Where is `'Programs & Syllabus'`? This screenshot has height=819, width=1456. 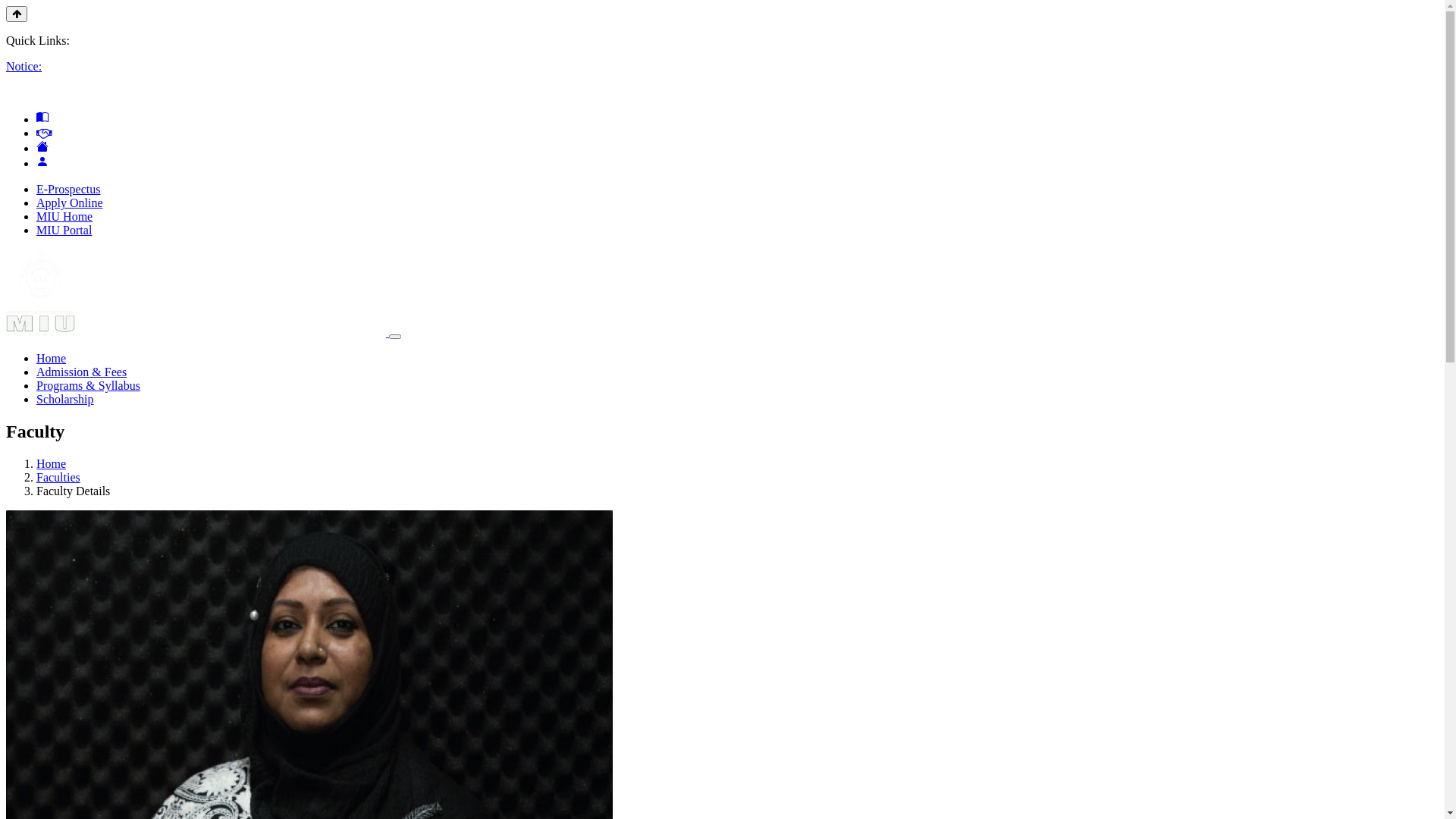 'Programs & Syllabus' is located at coordinates (87, 384).